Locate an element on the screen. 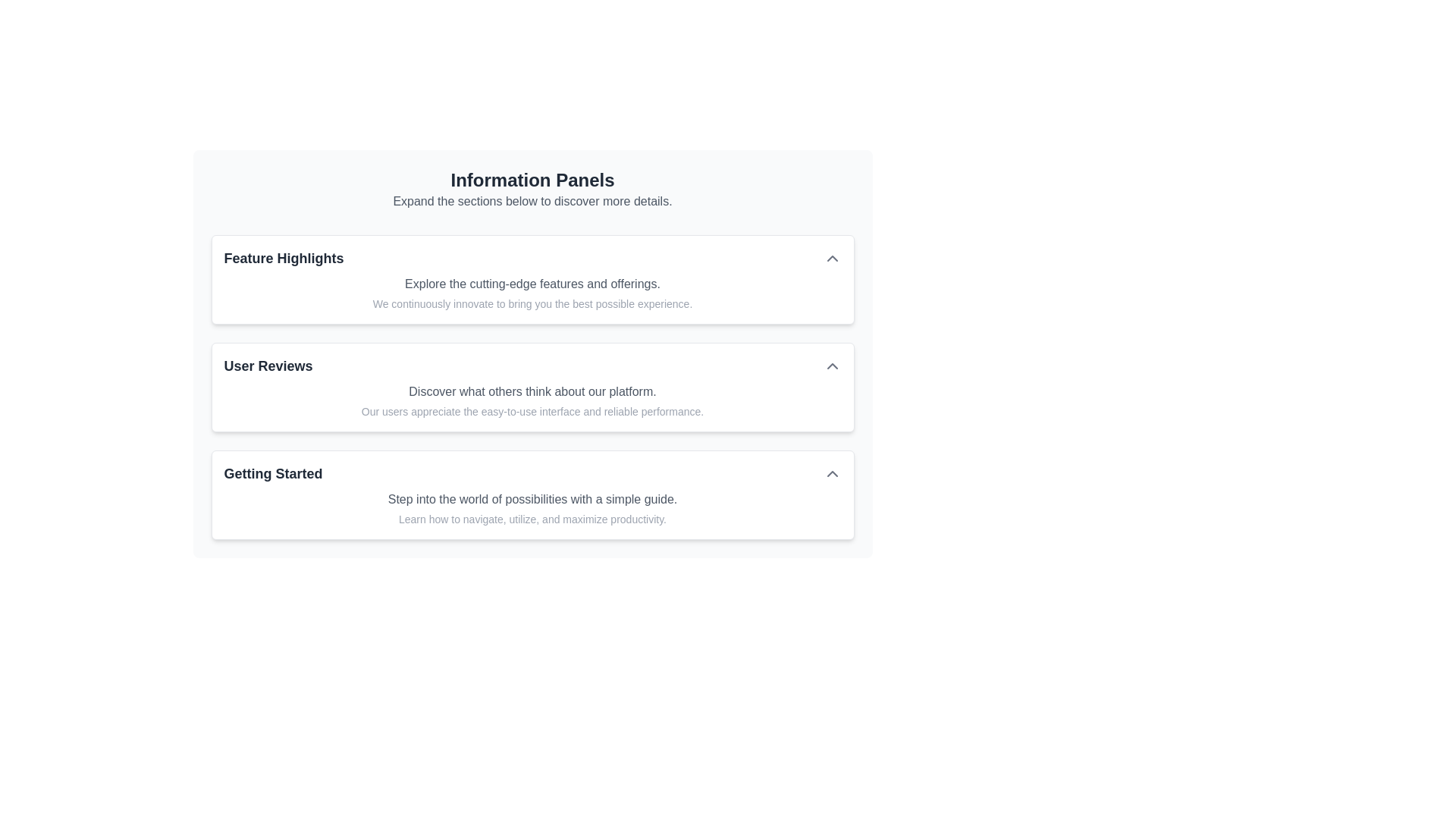 The width and height of the screenshot is (1456, 819). the static text label that displays 'Discover what others think about our platform.' located within the 'User Reviews' panel is located at coordinates (532, 391).